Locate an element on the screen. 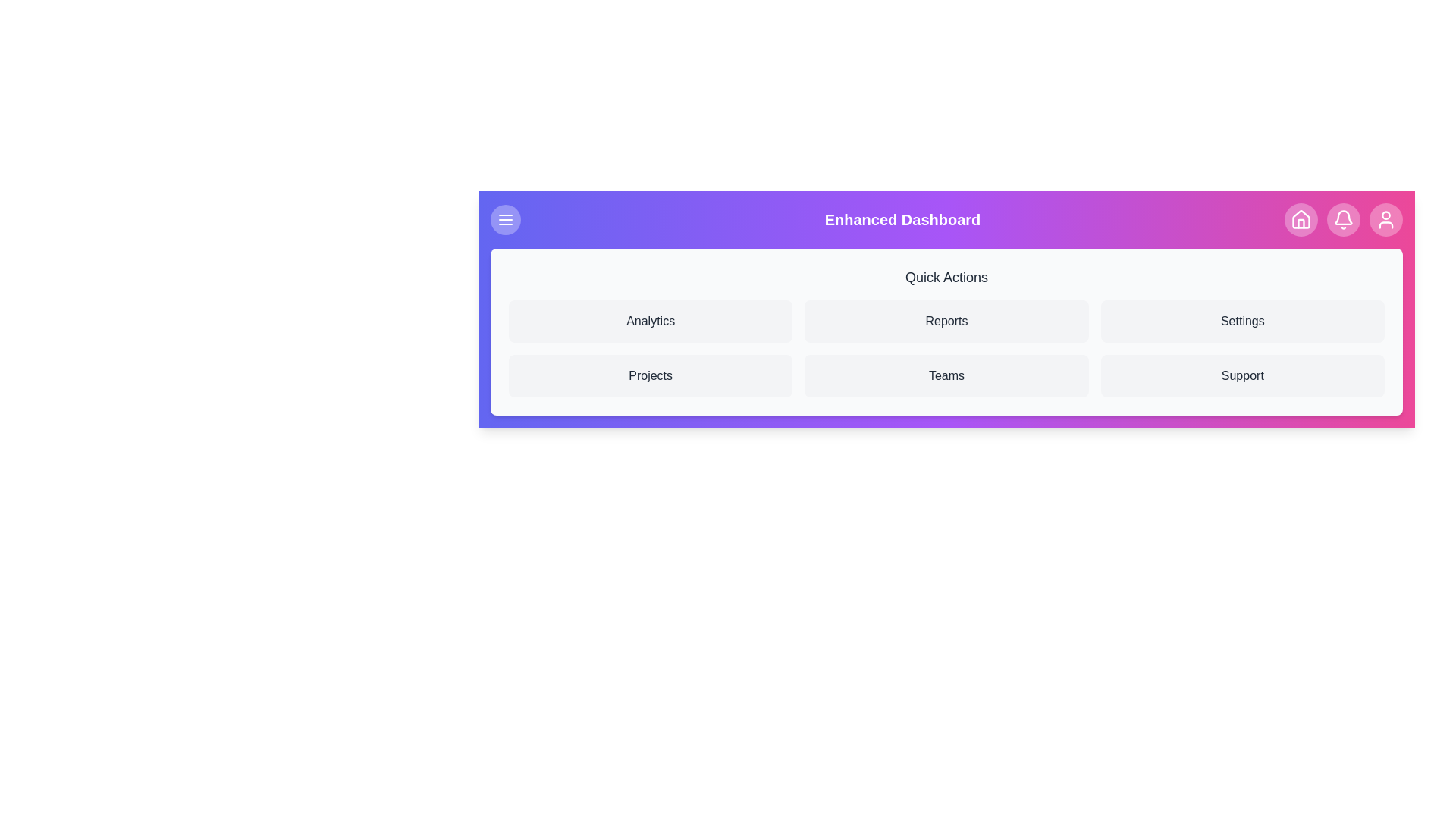 This screenshot has height=819, width=1456. the 'Notifications' button is located at coordinates (1343, 219).